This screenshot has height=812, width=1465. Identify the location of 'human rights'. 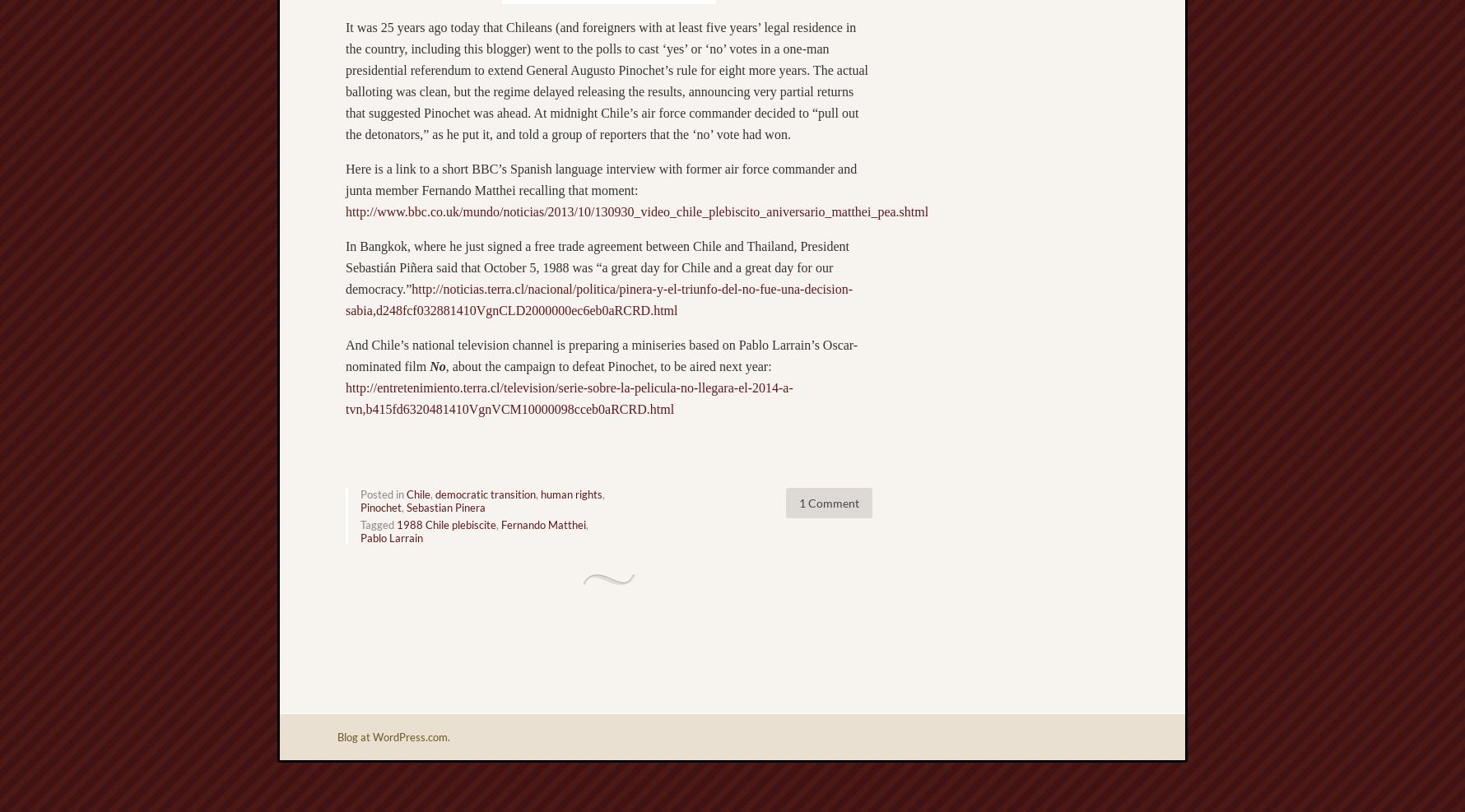
(540, 493).